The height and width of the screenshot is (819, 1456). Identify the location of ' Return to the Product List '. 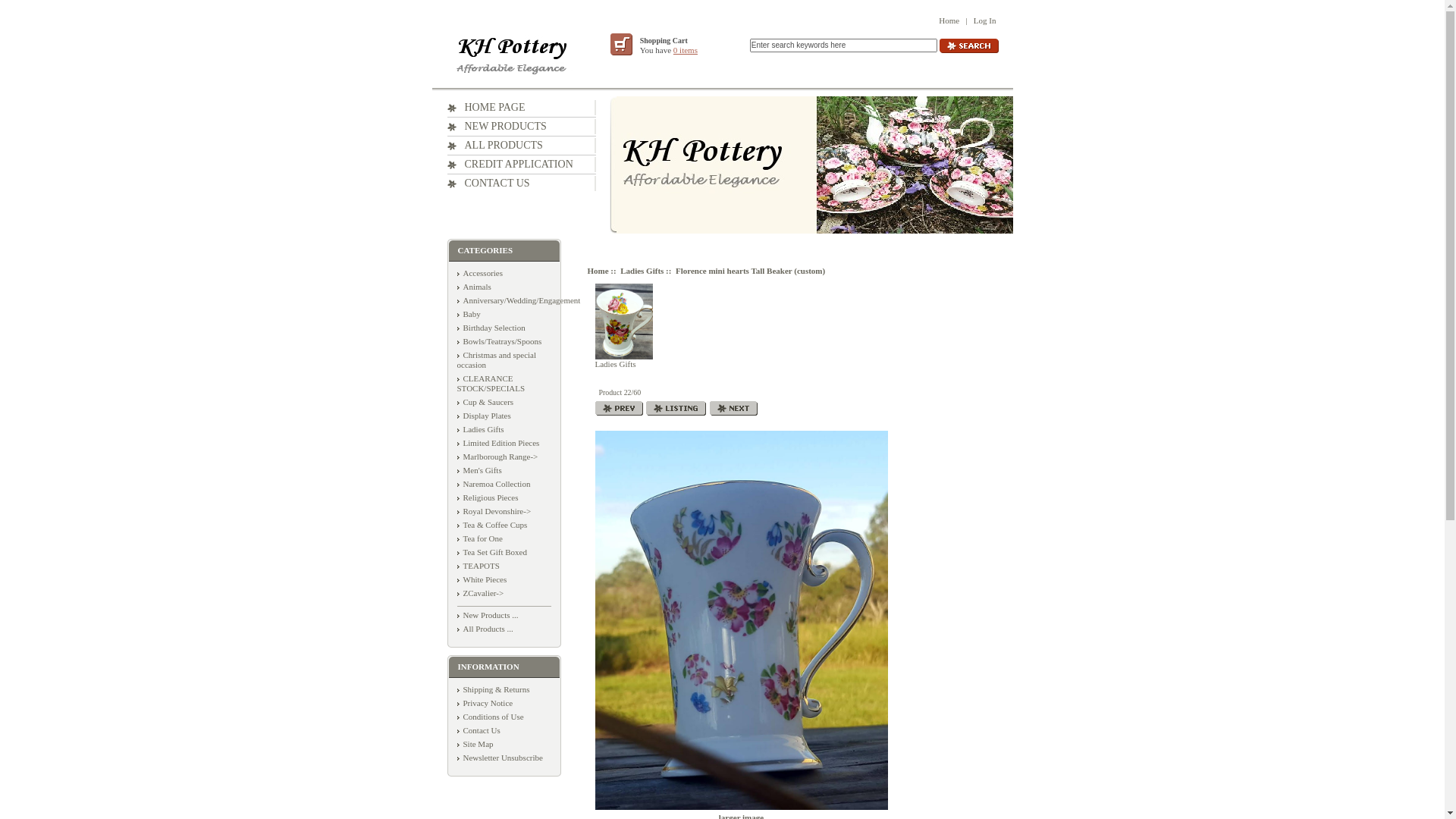
(675, 407).